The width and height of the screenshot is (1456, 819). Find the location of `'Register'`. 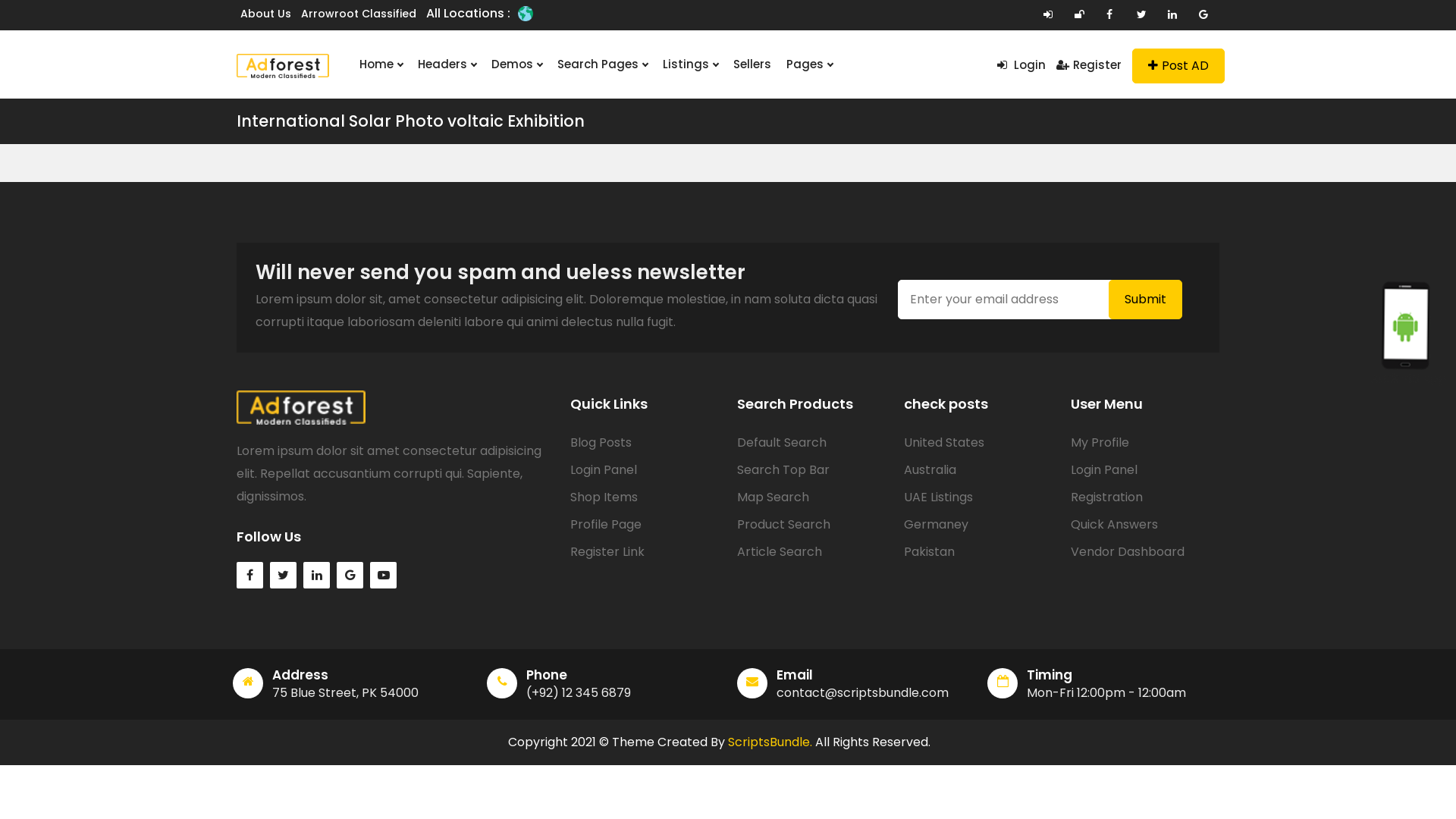

'Register' is located at coordinates (1087, 64).